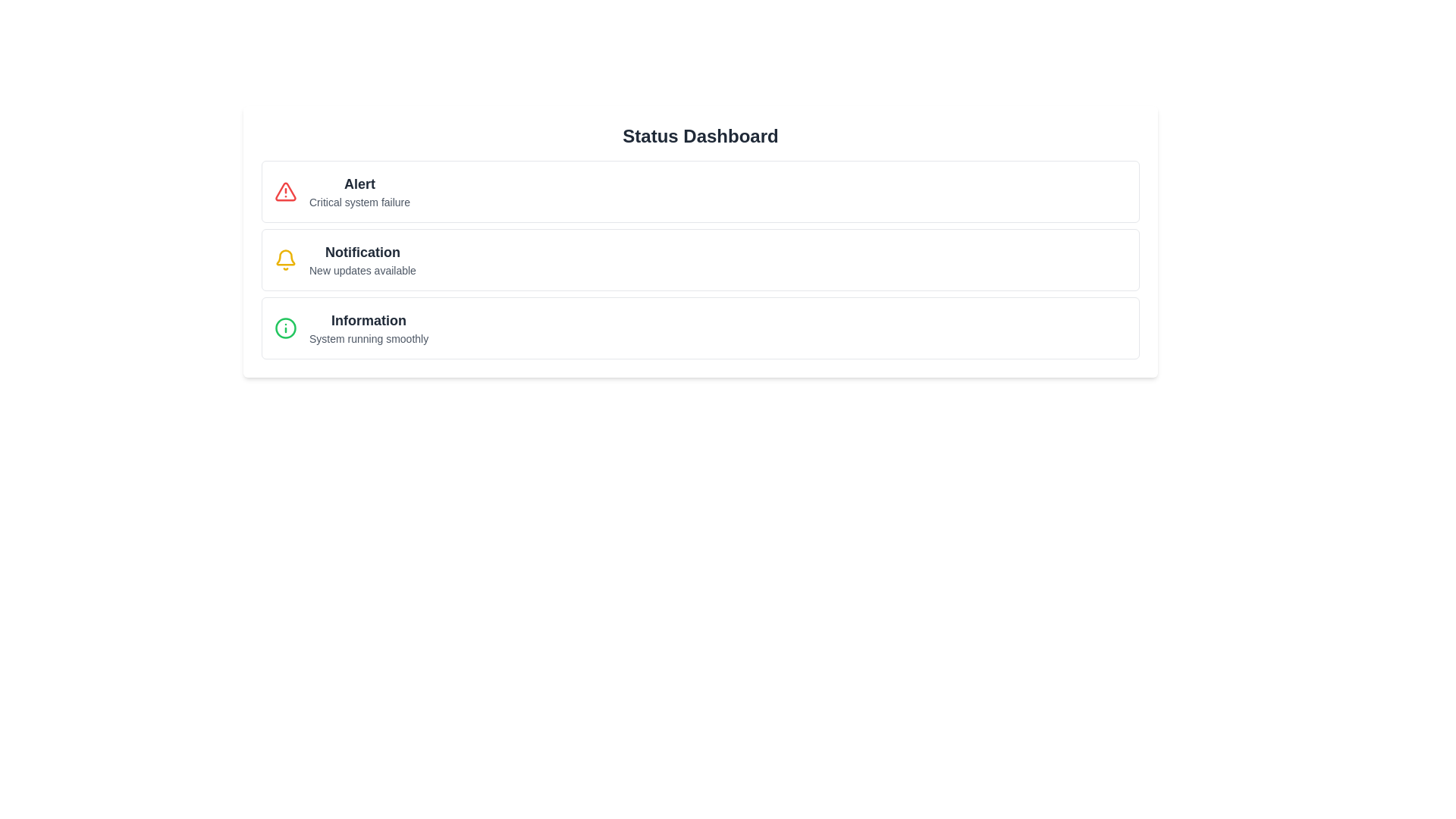 This screenshot has width=1456, height=819. What do you see at coordinates (359, 191) in the screenshot?
I see `text content of the Composite text component displaying the title 'Alert' and description 'Critical system failure', which is located below the 'Status Dashboard'` at bounding box center [359, 191].